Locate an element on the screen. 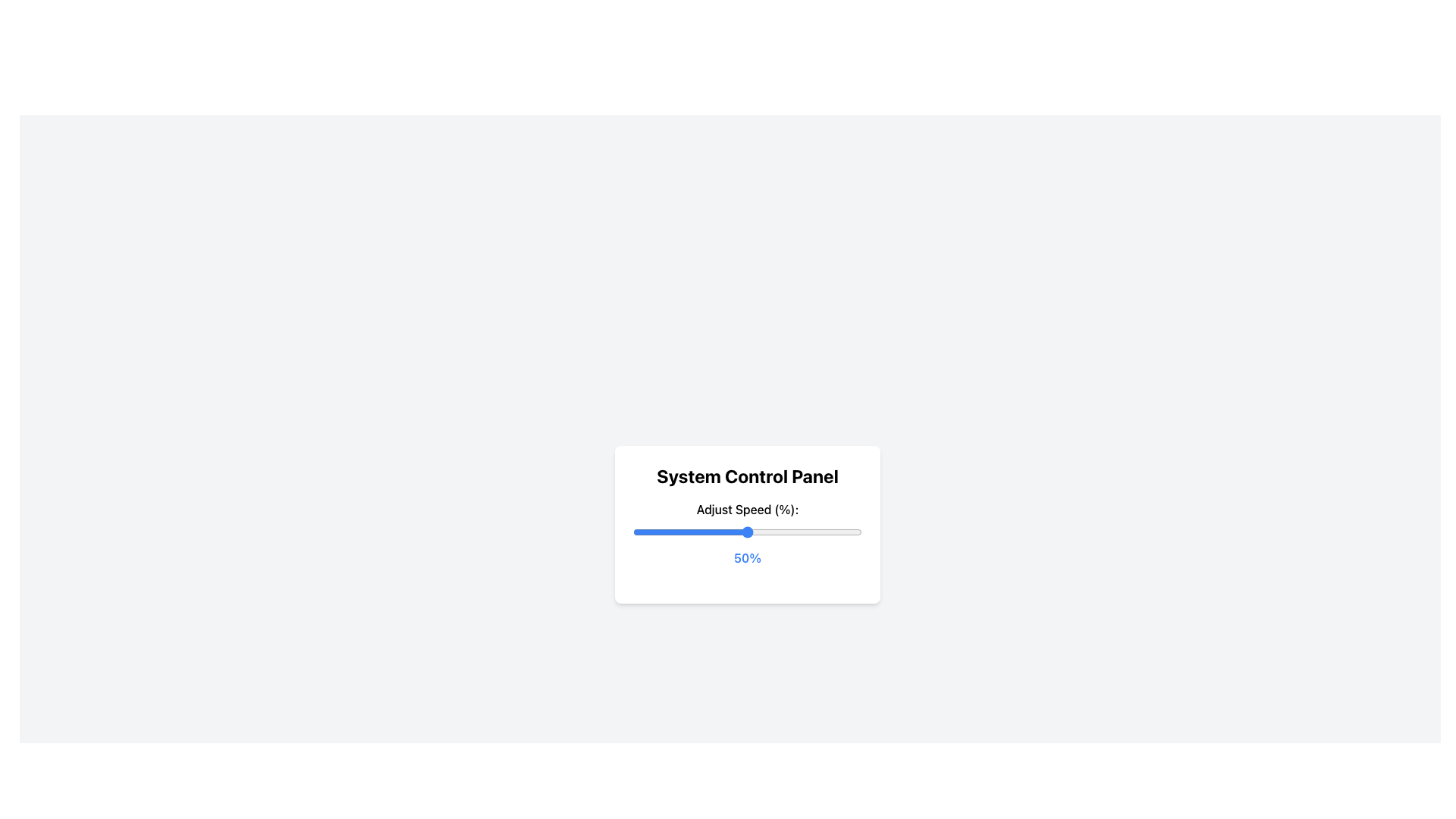 This screenshot has width=1456, height=819. the slider value is located at coordinates (804, 532).